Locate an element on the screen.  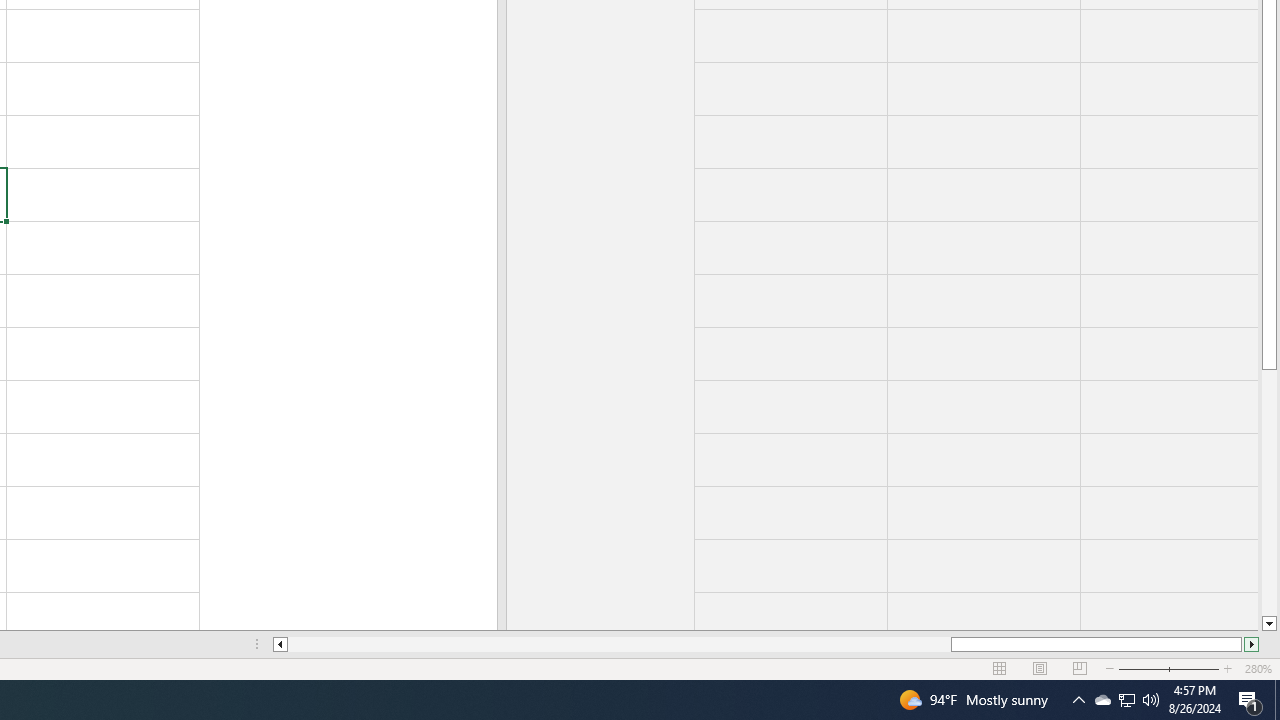
'Normal' is located at coordinates (1000, 669).